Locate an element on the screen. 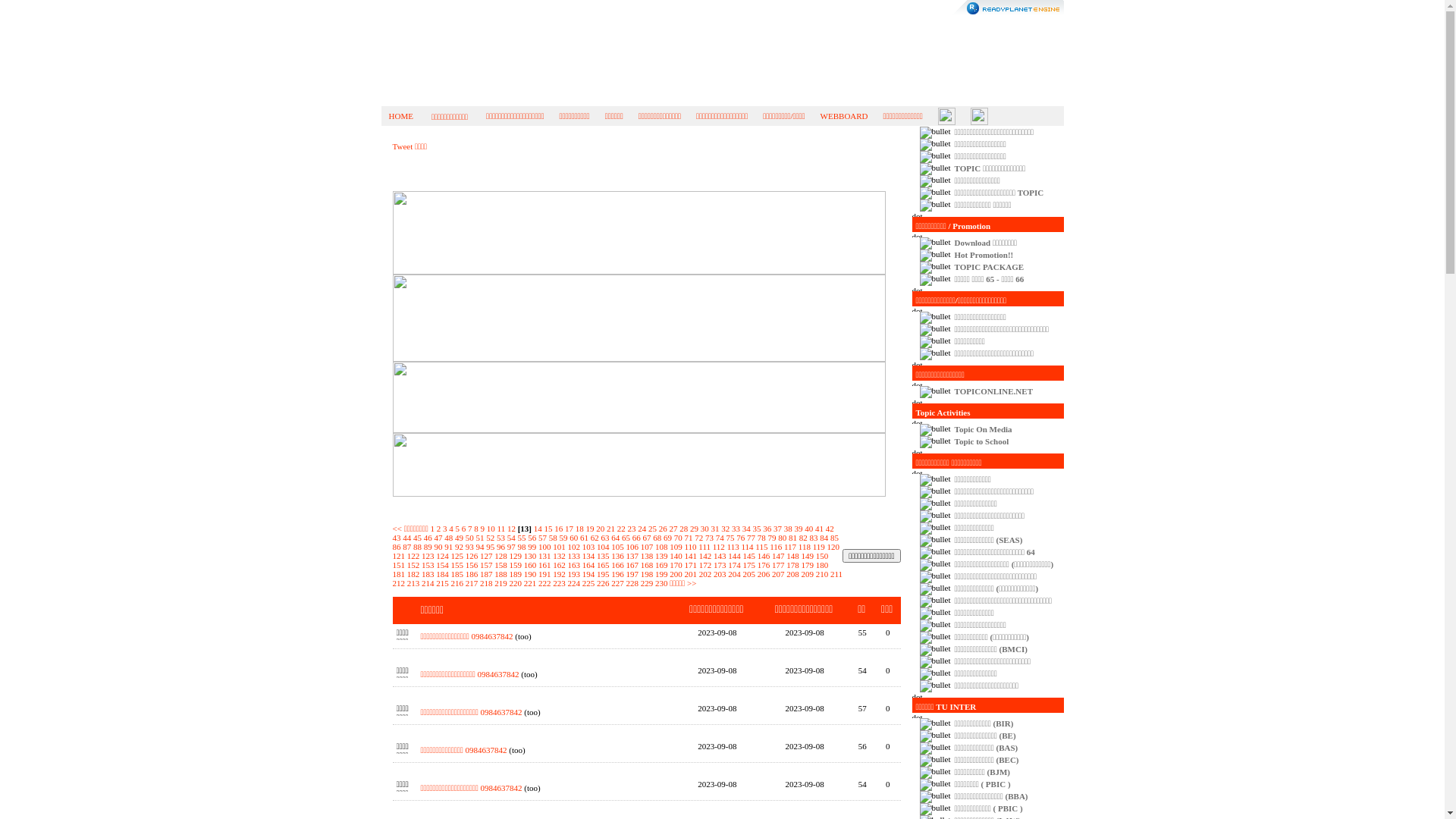 The height and width of the screenshot is (819, 1456). '120' is located at coordinates (833, 547).